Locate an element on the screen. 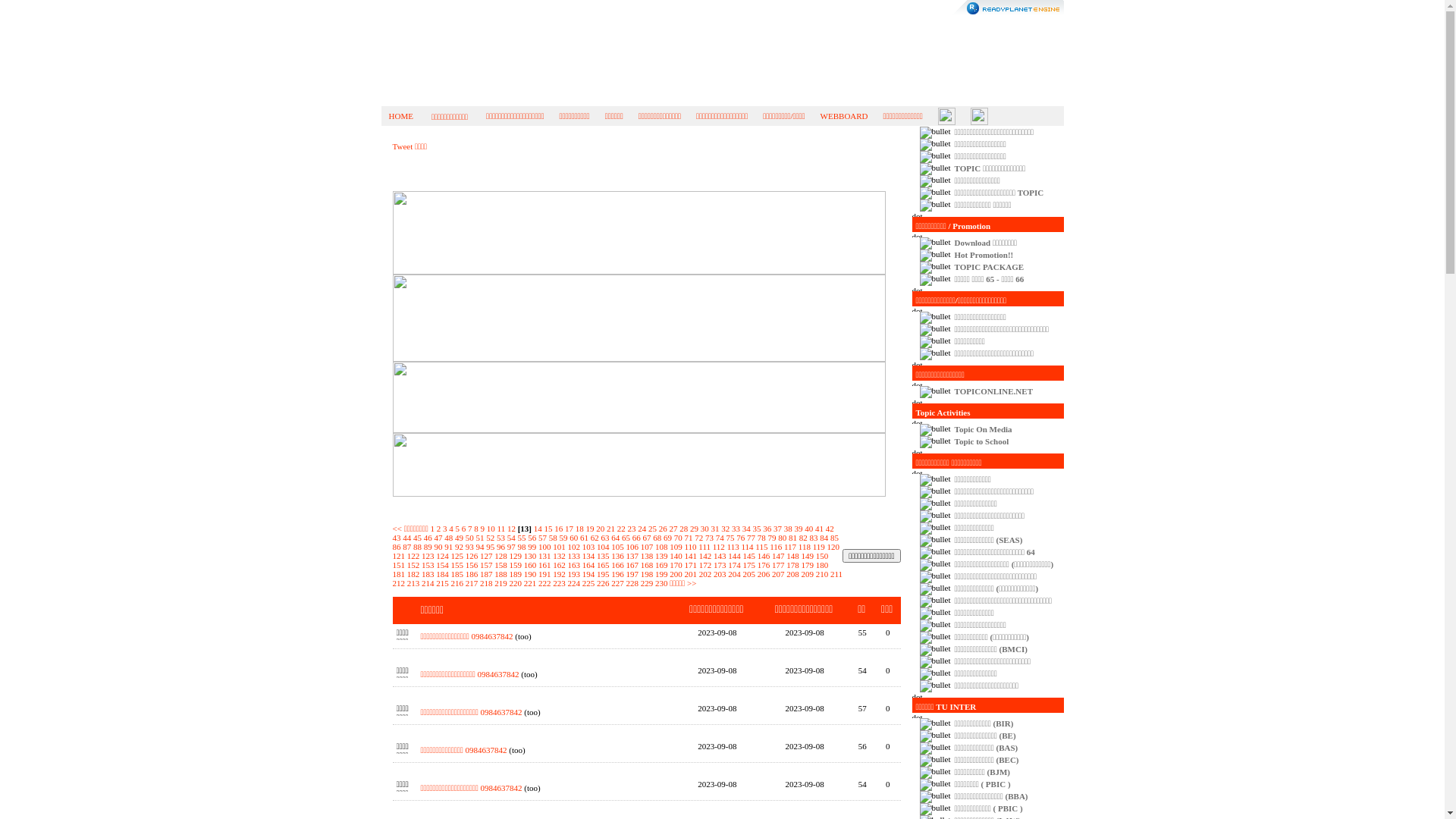 The height and width of the screenshot is (819, 1456). '120' is located at coordinates (833, 547).